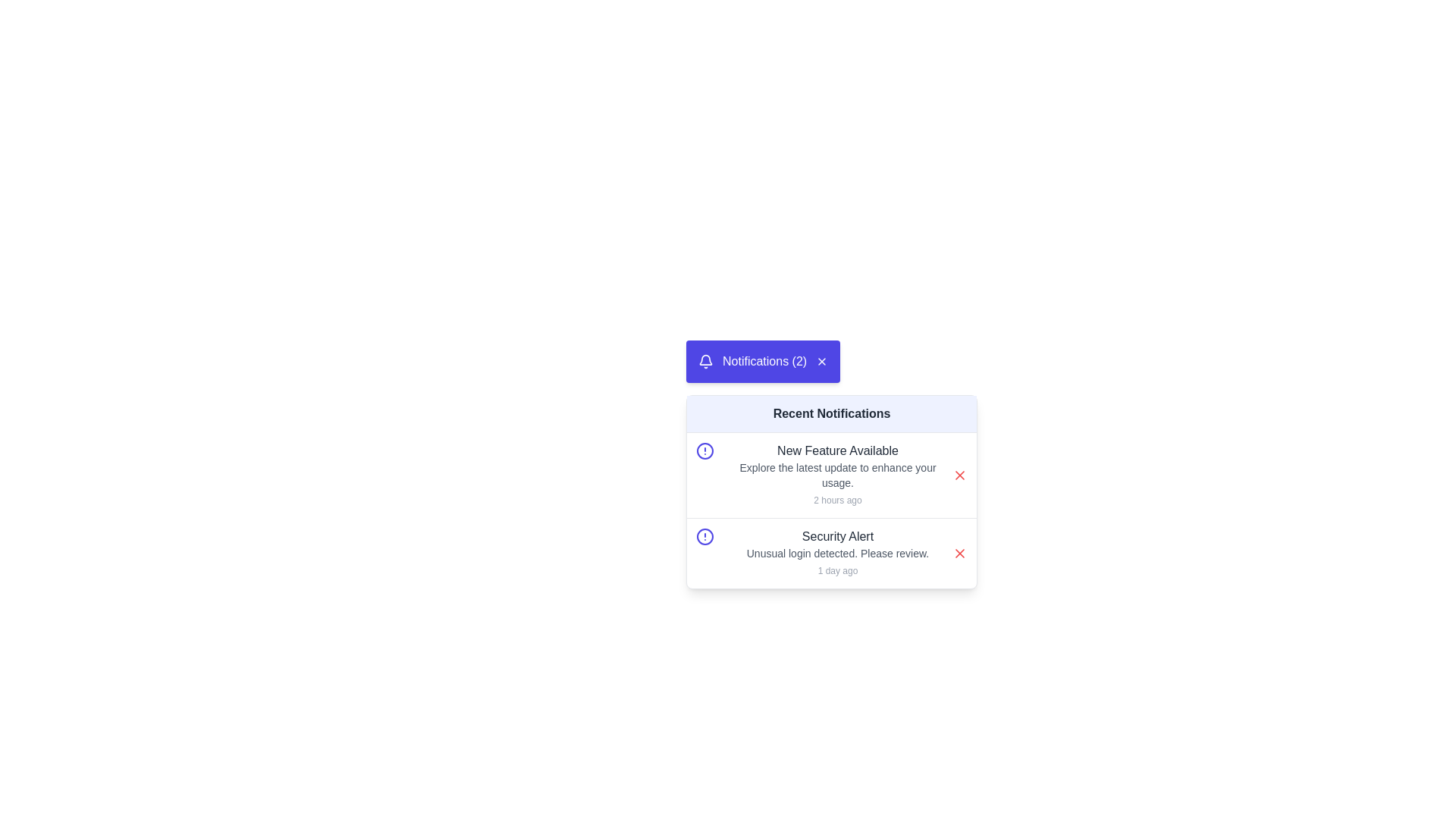  What do you see at coordinates (836, 475) in the screenshot?
I see `text notification that says 'Explore the latest update to enhance your usage.' located in the first notification card below the heading 'New Feature Available'` at bounding box center [836, 475].